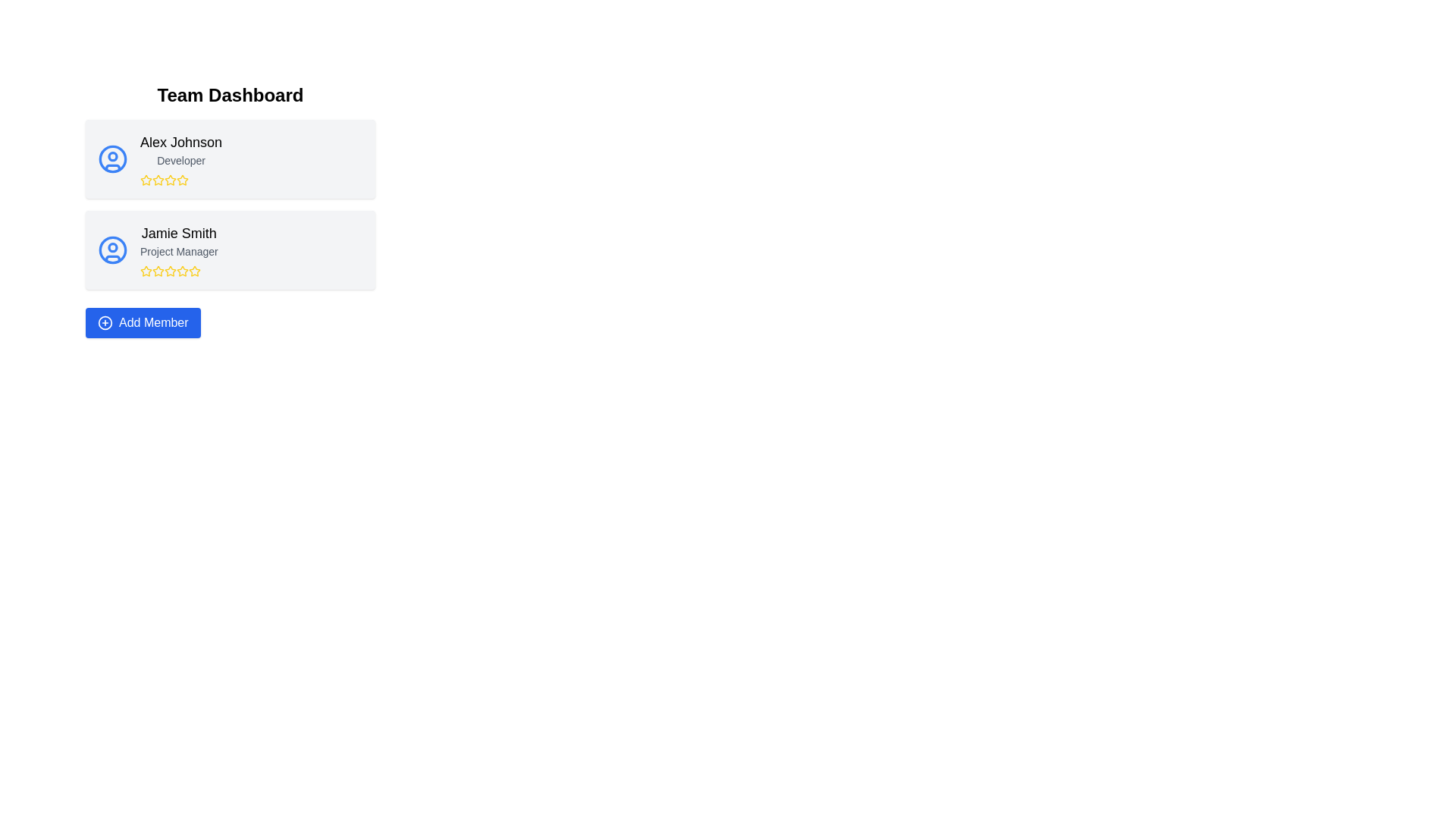 The image size is (1456, 819). I want to click on the third unfilled yellow star icon in the 5-star rating system for Jamie Smith, located below their name in the second card, so click(171, 270).